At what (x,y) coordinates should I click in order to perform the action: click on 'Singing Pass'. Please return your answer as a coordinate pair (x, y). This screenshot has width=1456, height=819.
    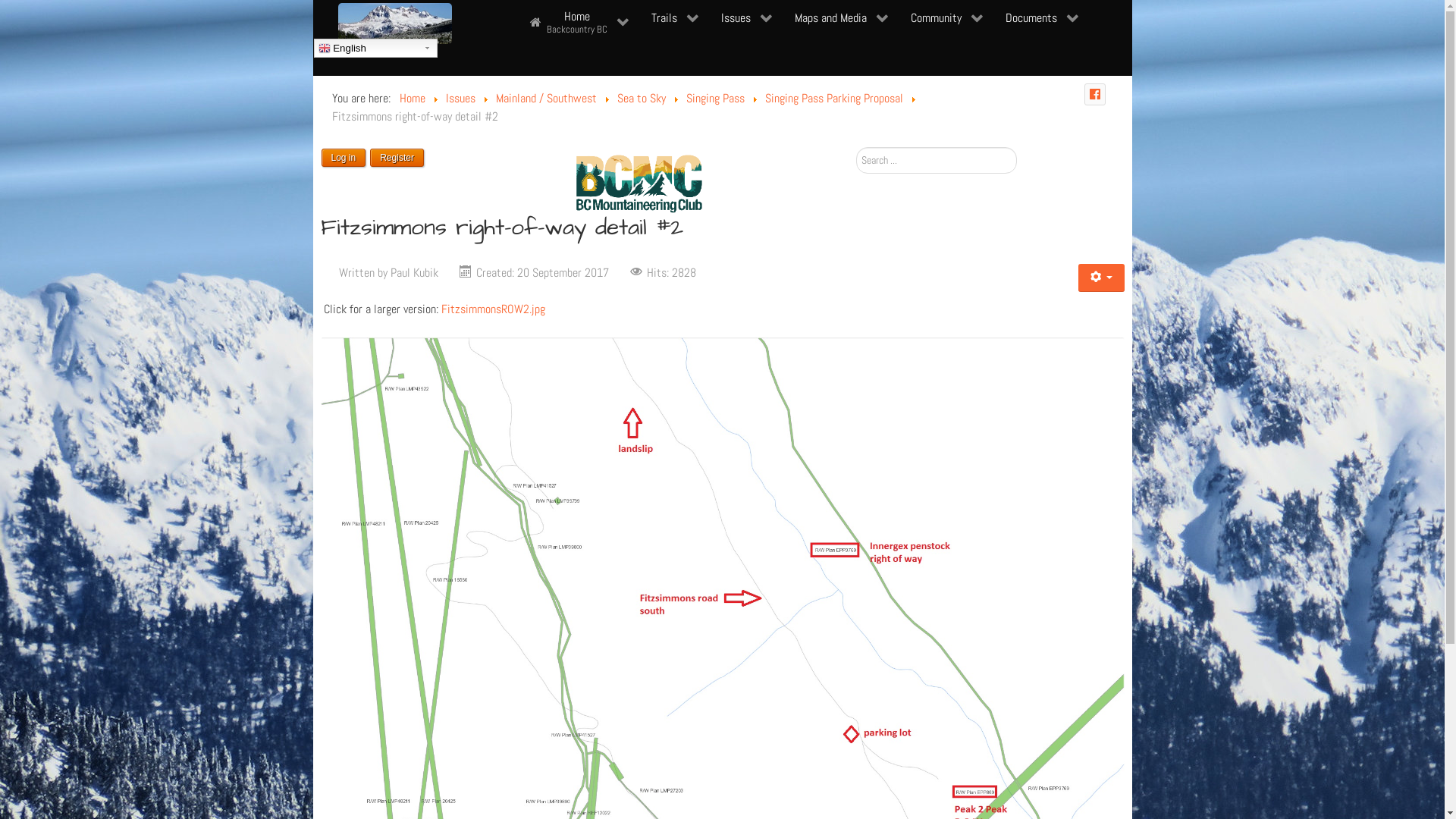
    Looking at the image, I should click on (714, 98).